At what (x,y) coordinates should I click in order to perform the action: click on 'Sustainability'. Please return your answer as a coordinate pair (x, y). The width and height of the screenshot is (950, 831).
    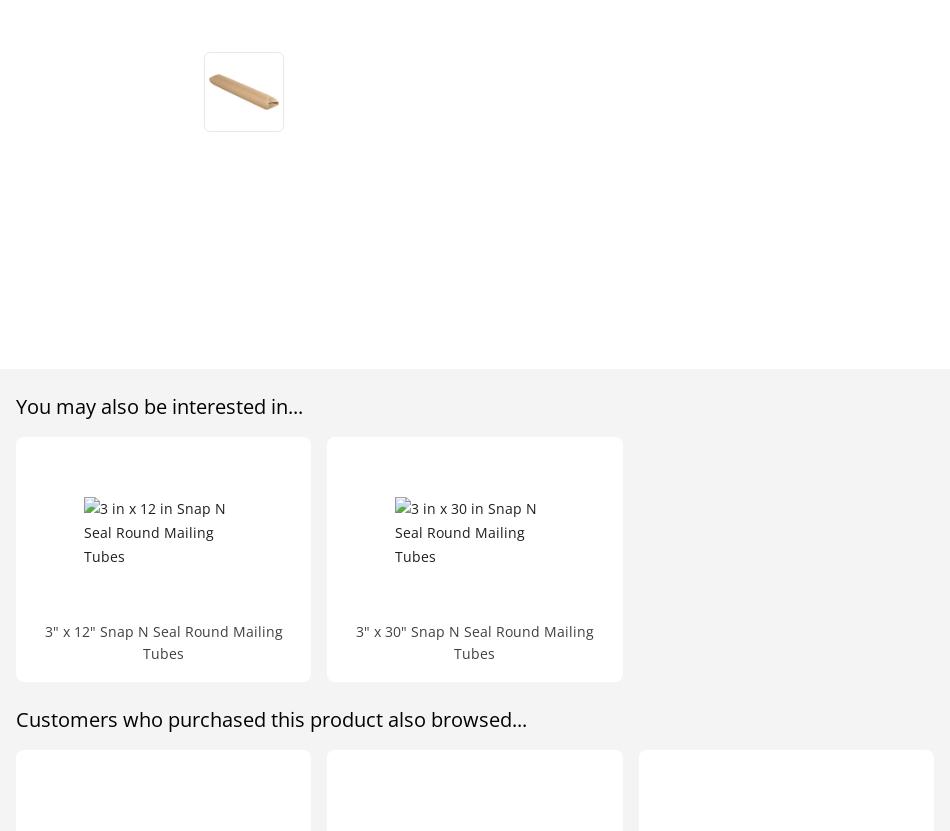
    Looking at the image, I should click on (768, 134).